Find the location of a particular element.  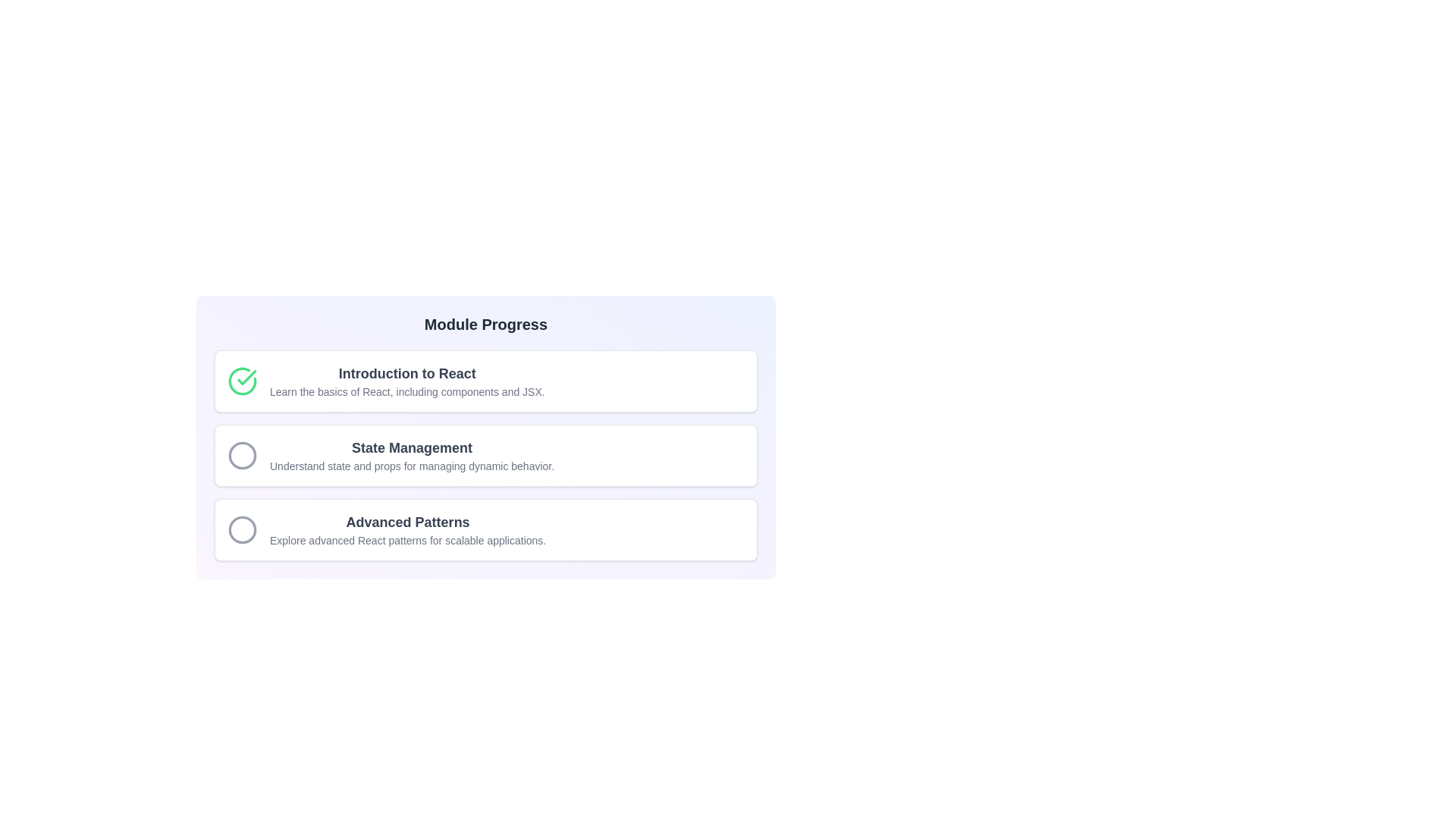

the circular vector graphic with a gray border located in the 'Advanced Patterns' module, positioned on the left side adjacent to the text description is located at coordinates (243, 529).